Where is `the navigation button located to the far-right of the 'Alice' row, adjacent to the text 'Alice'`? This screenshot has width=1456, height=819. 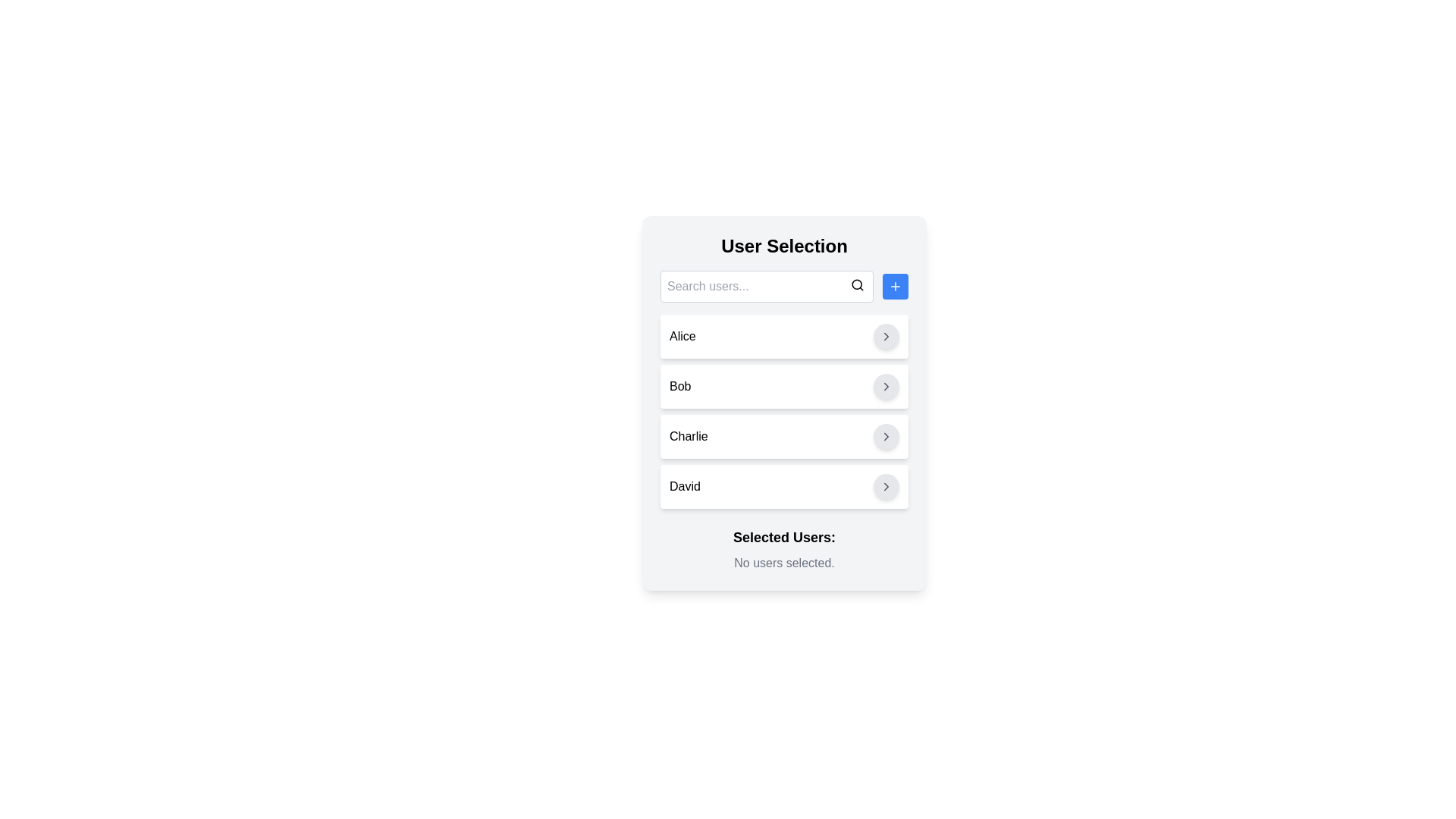 the navigation button located to the far-right of the 'Alice' row, adjacent to the text 'Alice' is located at coordinates (886, 335).